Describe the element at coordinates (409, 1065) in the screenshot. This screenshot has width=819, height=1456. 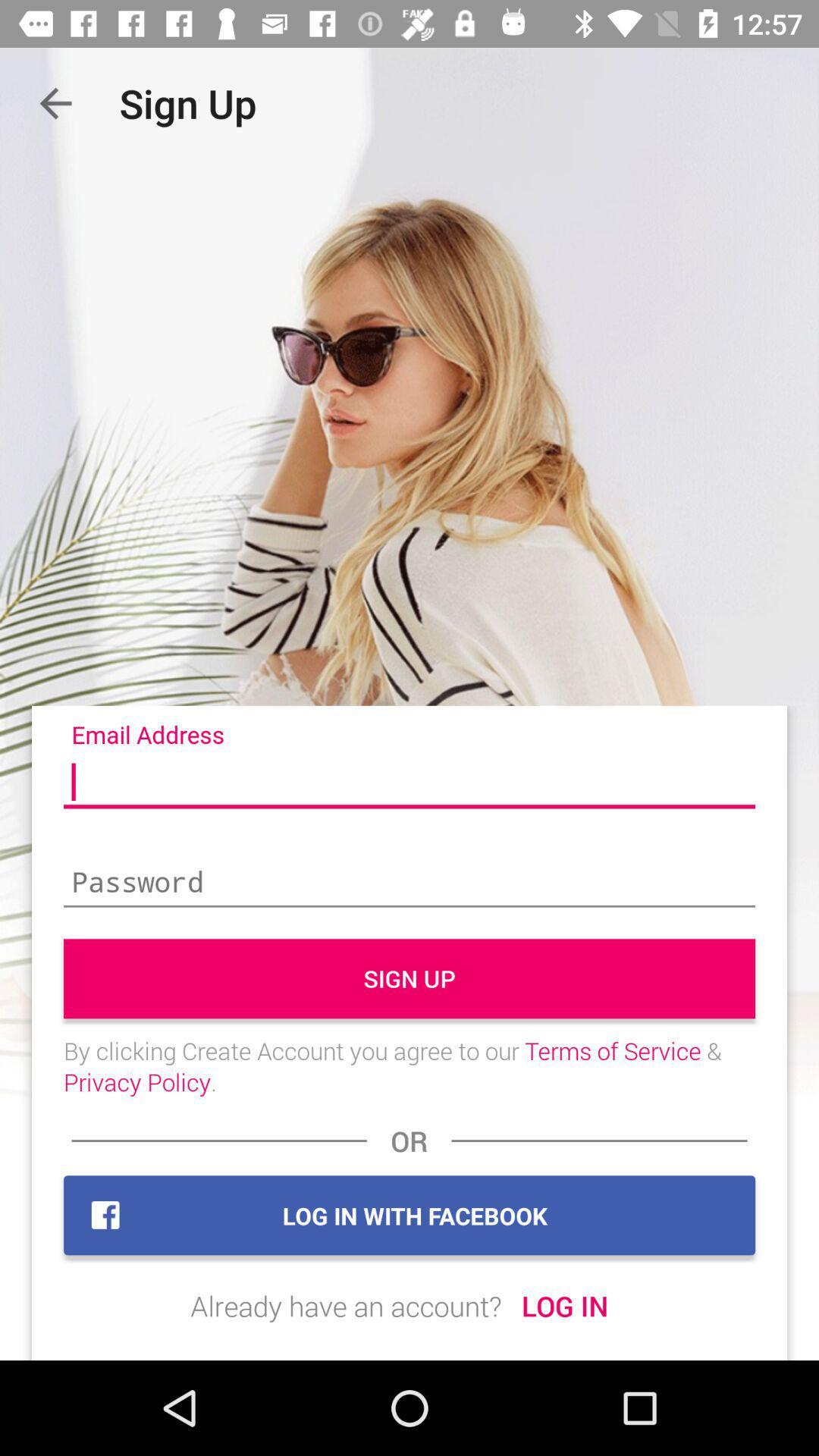
I see `the icon below sign up icon` at that location.